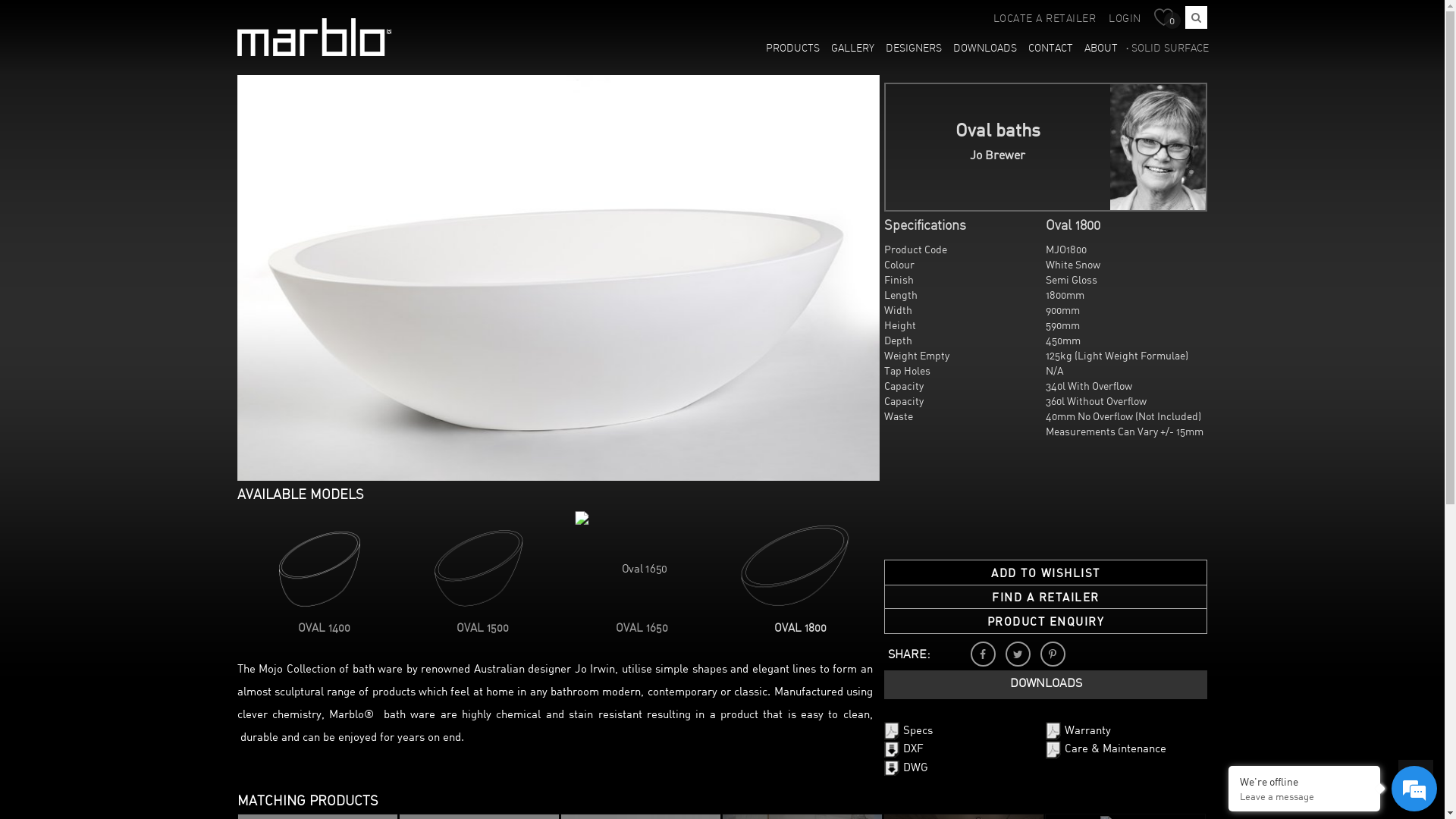 This screenshot has height=819, width=1456. Describe the element at coordinates (1415, 777) in the screenshot. I see `'Scroll to Top'` at that location.